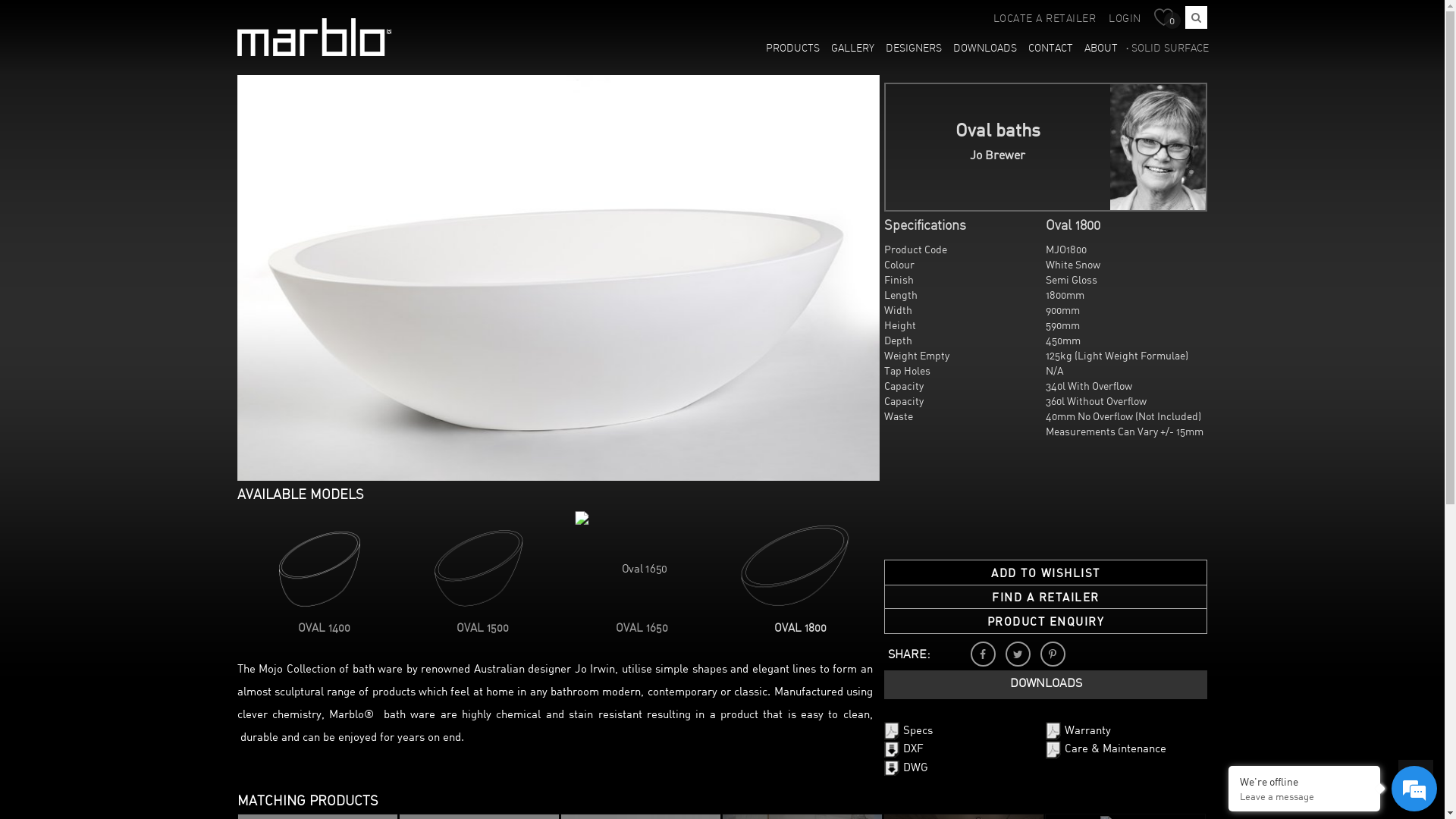 This screenshot has height=819, width=1456. Describe the element at coordinates (1415, 777) in the screenshot. I see `'Scroll to Top'` at that location.